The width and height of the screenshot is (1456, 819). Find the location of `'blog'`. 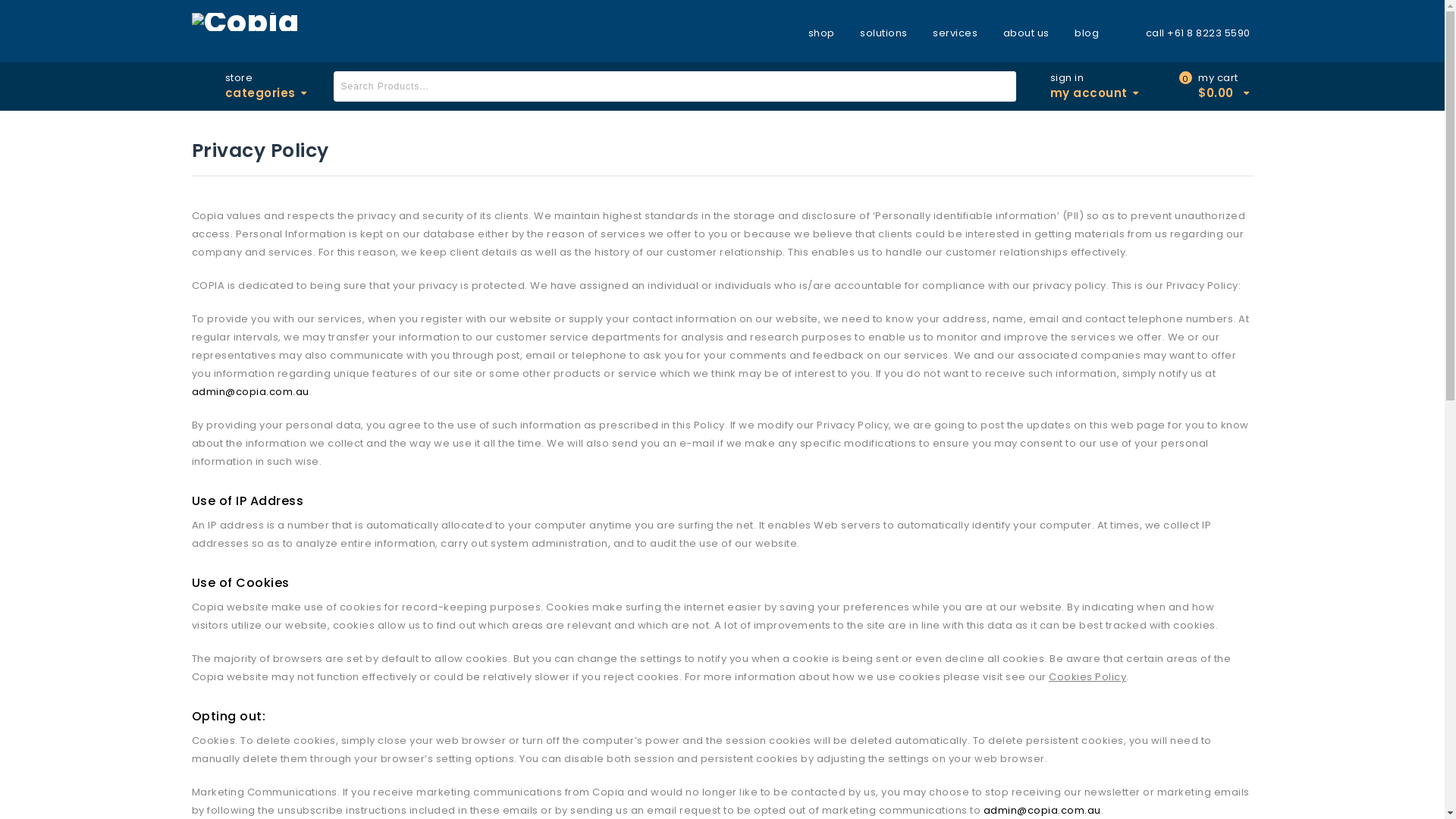

'blog' is located at coordinates (1086, 32).